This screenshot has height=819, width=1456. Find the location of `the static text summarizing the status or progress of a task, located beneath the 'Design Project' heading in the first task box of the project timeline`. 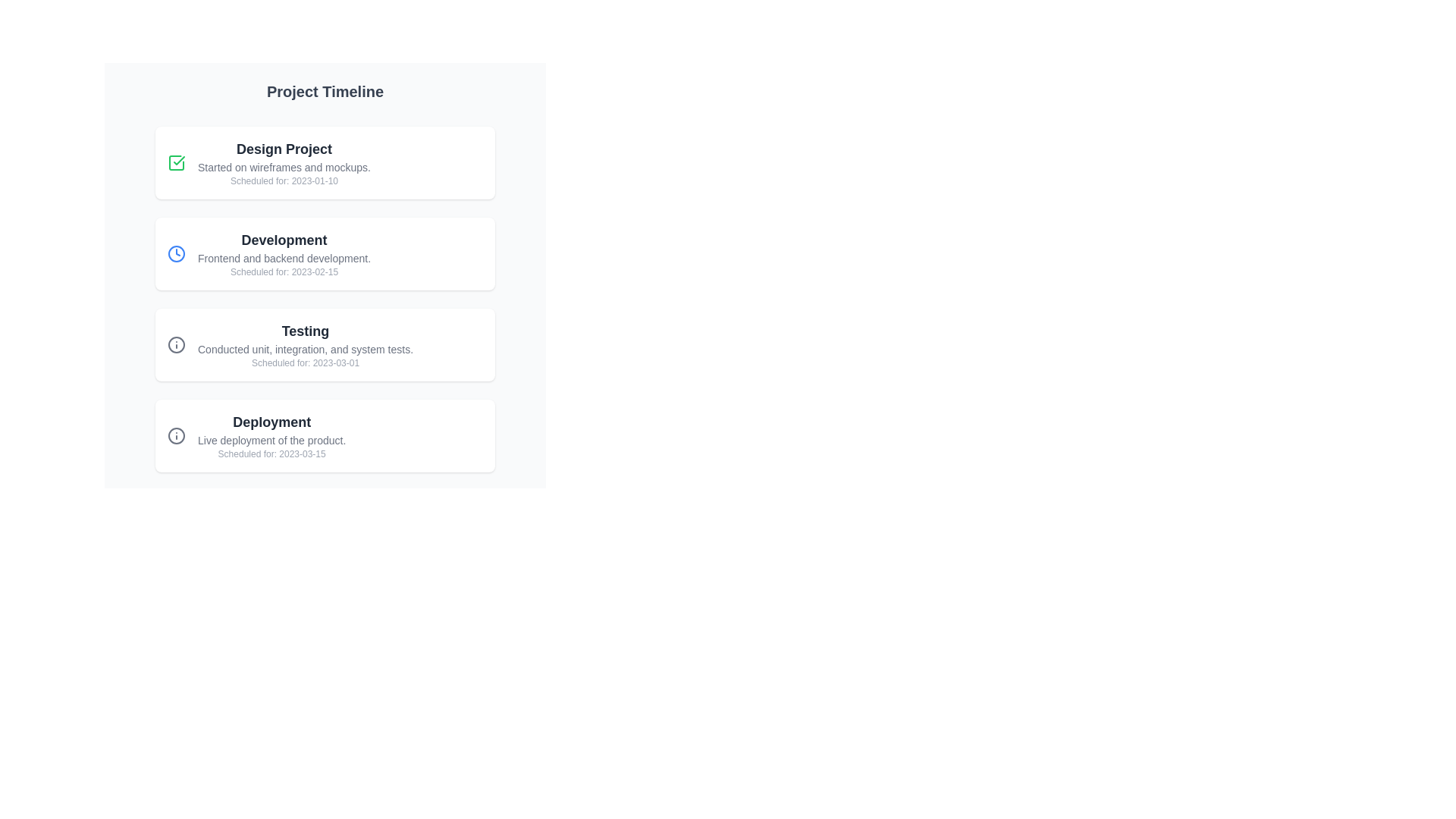

the static text summarizing the status or progress of a task, located beneath the 'Design Project' heading in the first task box of the project timeline is located at coordinates (284, 167).